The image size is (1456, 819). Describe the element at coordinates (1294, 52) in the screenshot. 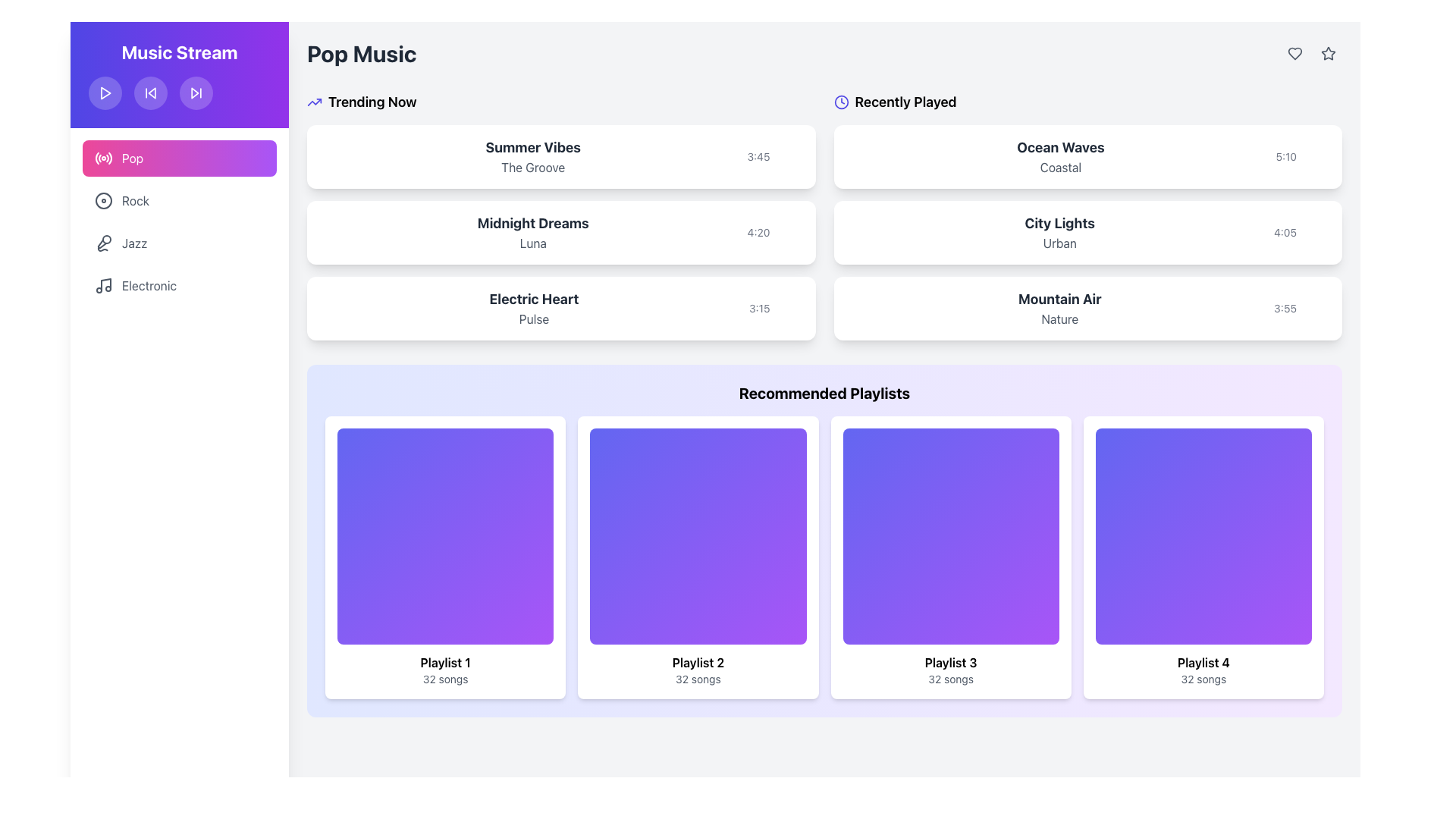

I see `the like or favorite button located in the top-right corner of the interface` at that location.